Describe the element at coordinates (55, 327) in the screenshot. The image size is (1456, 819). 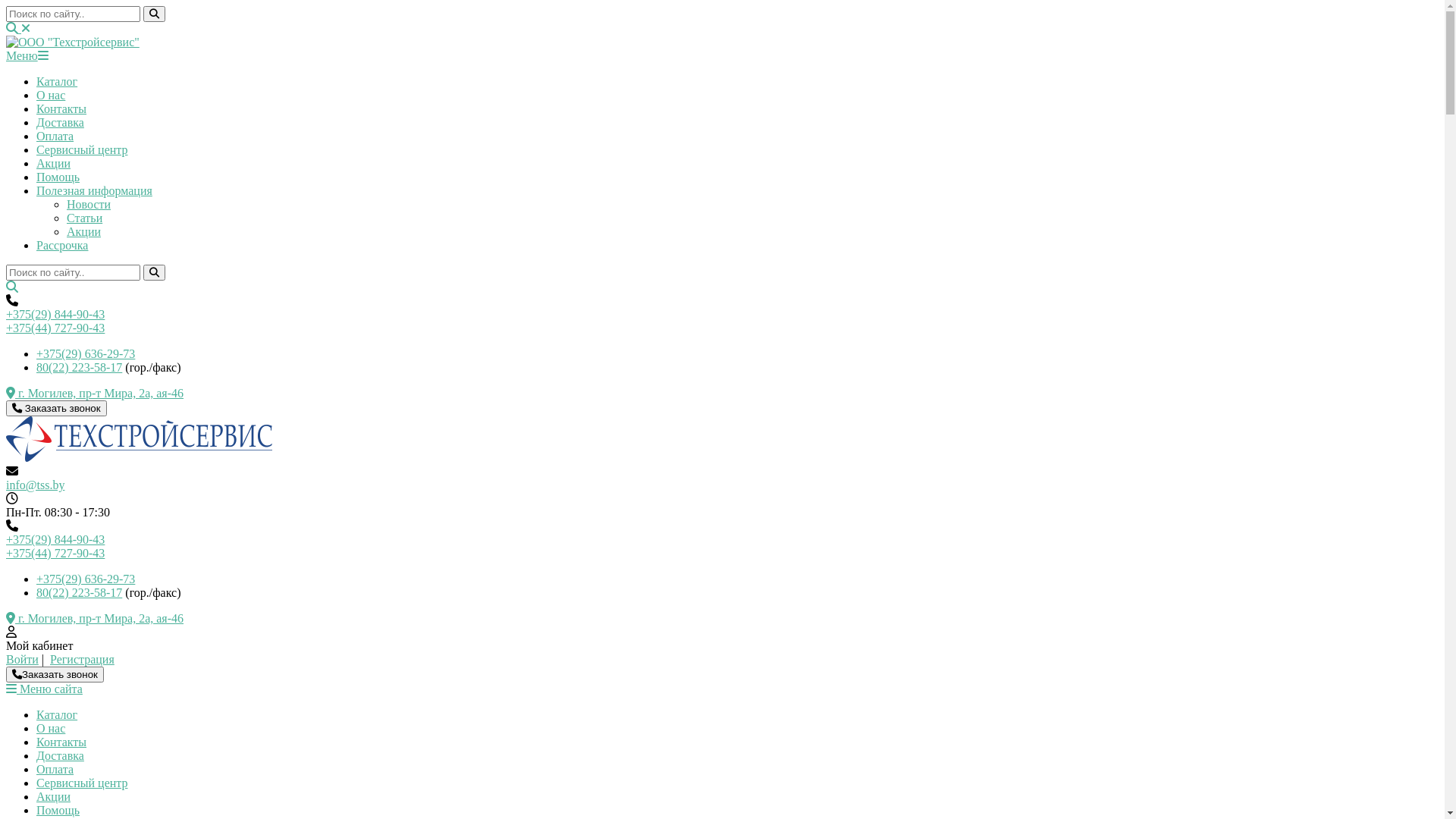
I see `'+375(44) 727-90-43'` at that location.